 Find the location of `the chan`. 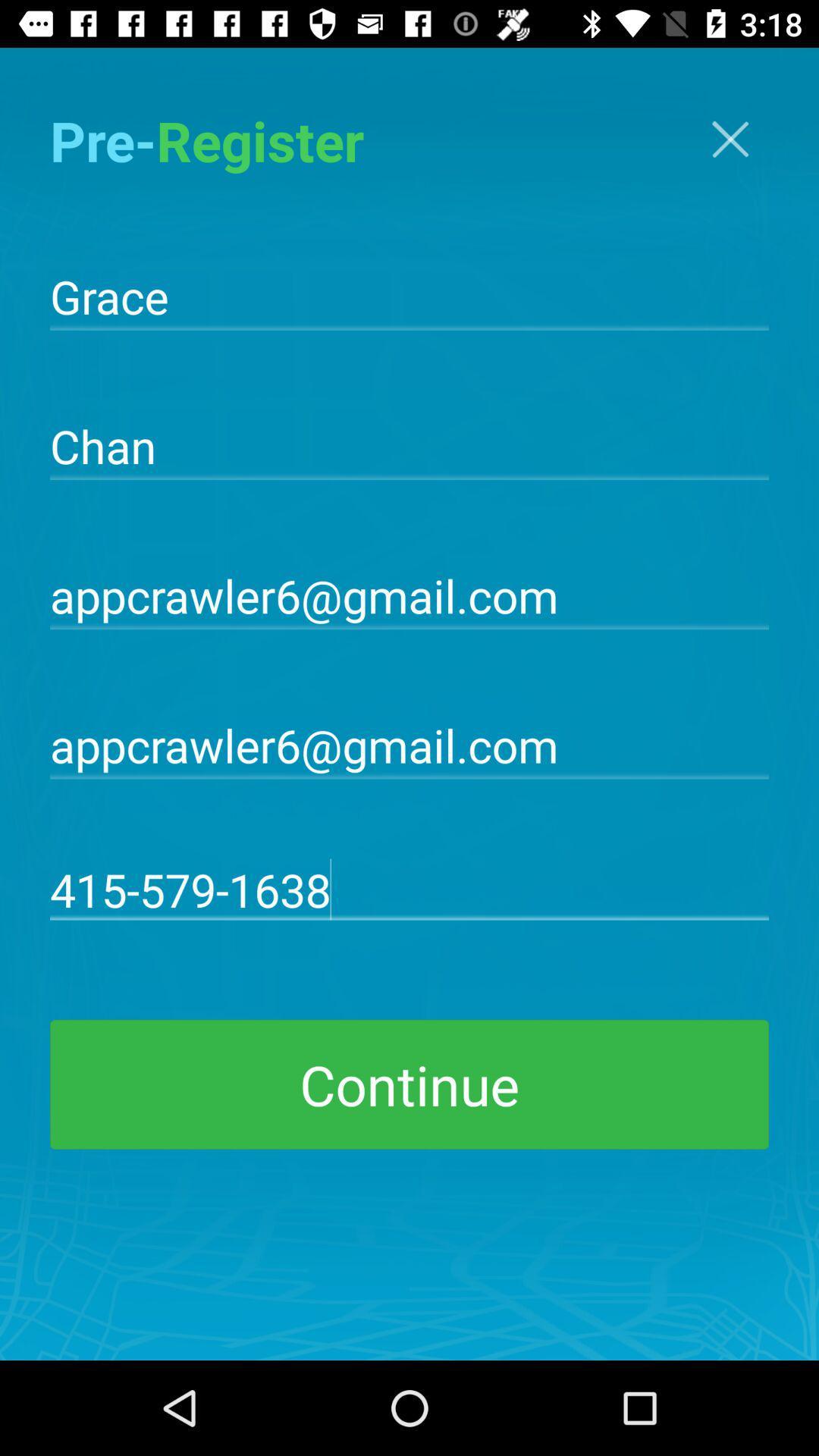

the chan is located at coordinates (409, 444).